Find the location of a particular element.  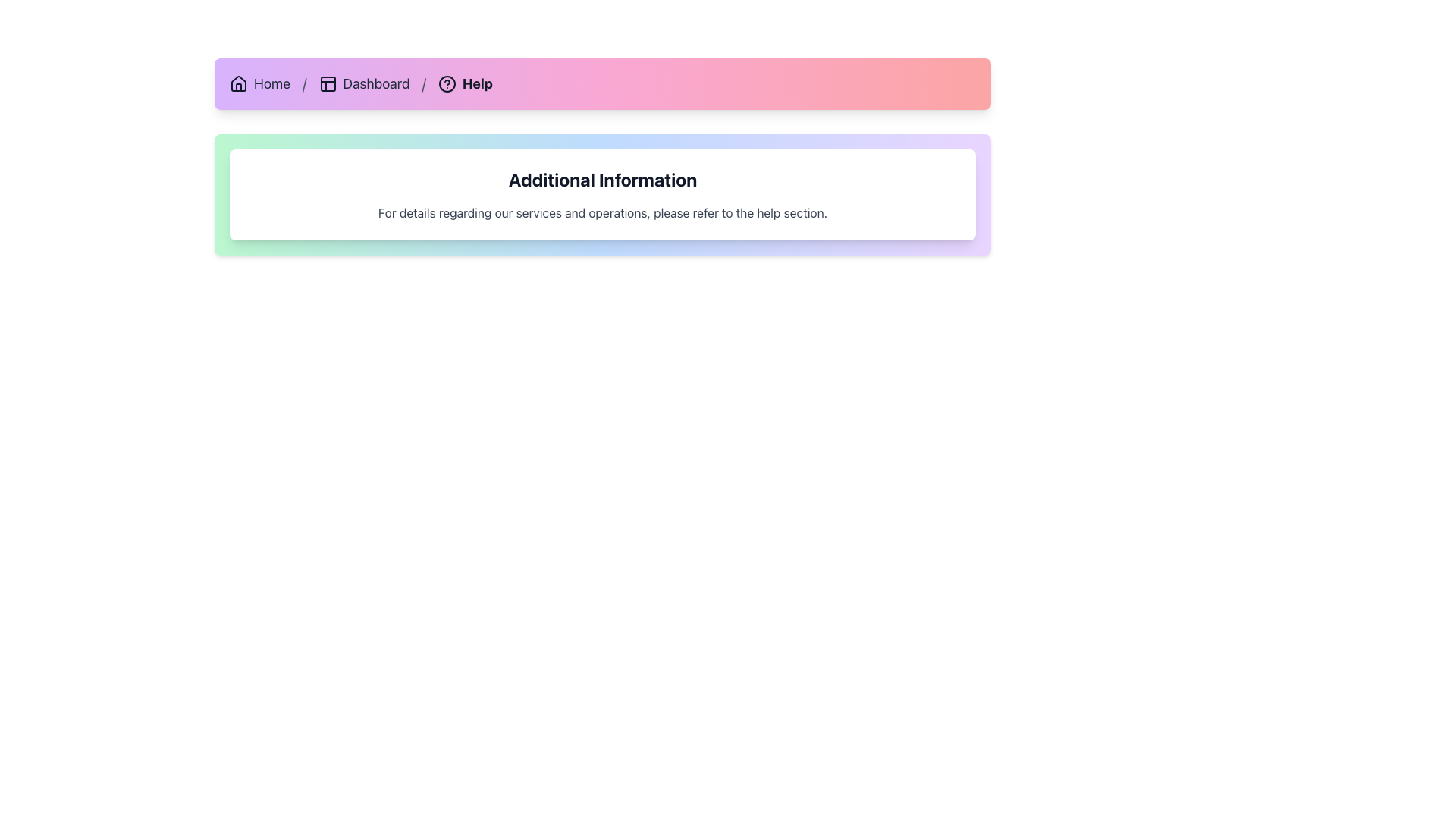

the 'Dashboard' text label, which is styled in gray and serves as a title or navigation item within the top navigation bar is located at coordinates (376, 84).